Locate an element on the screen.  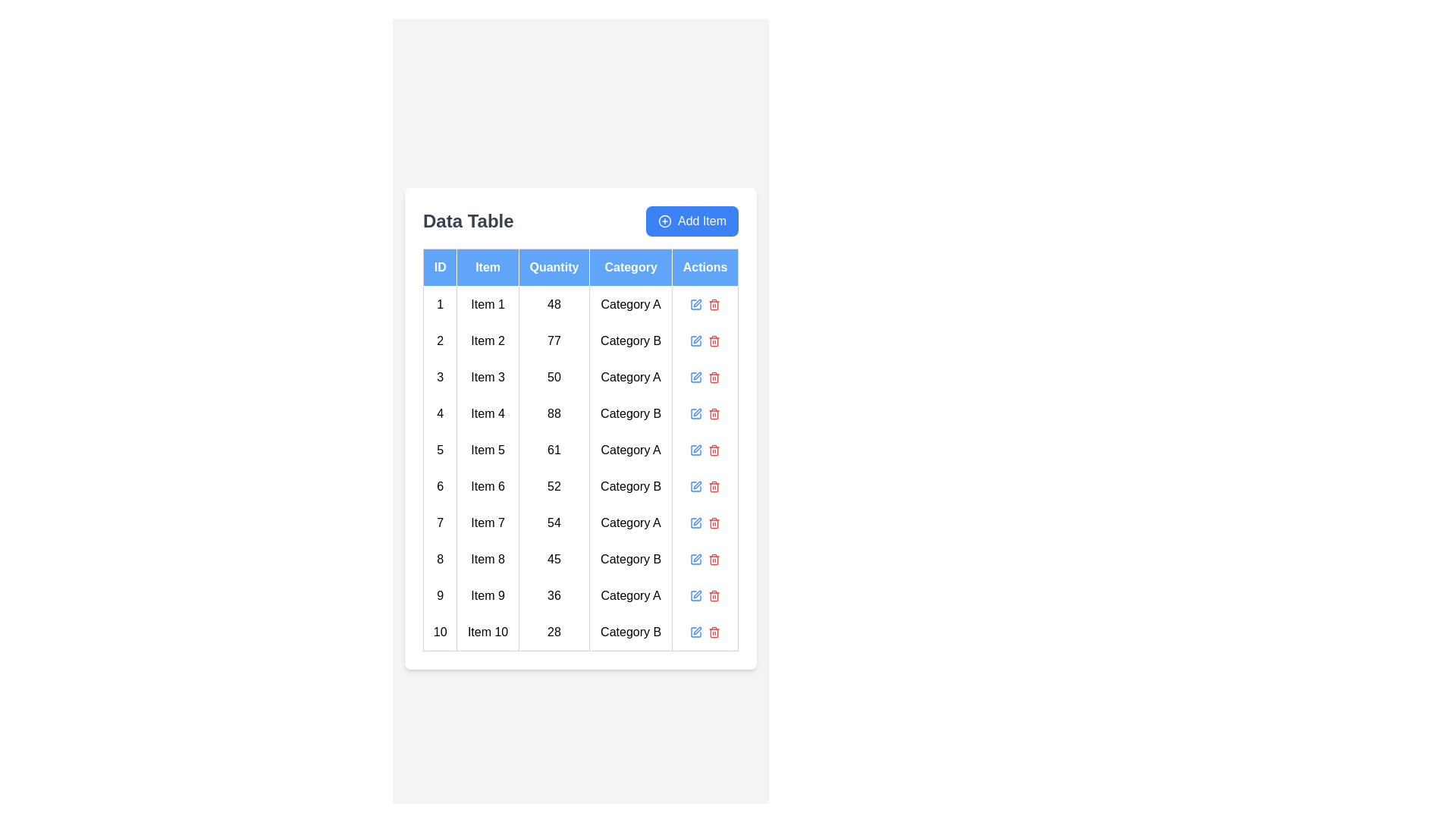
text content displayed in the Text label that shows 'Item 10' in the last row of the data table under the 'Item' column is located at coordinates (488, 632).